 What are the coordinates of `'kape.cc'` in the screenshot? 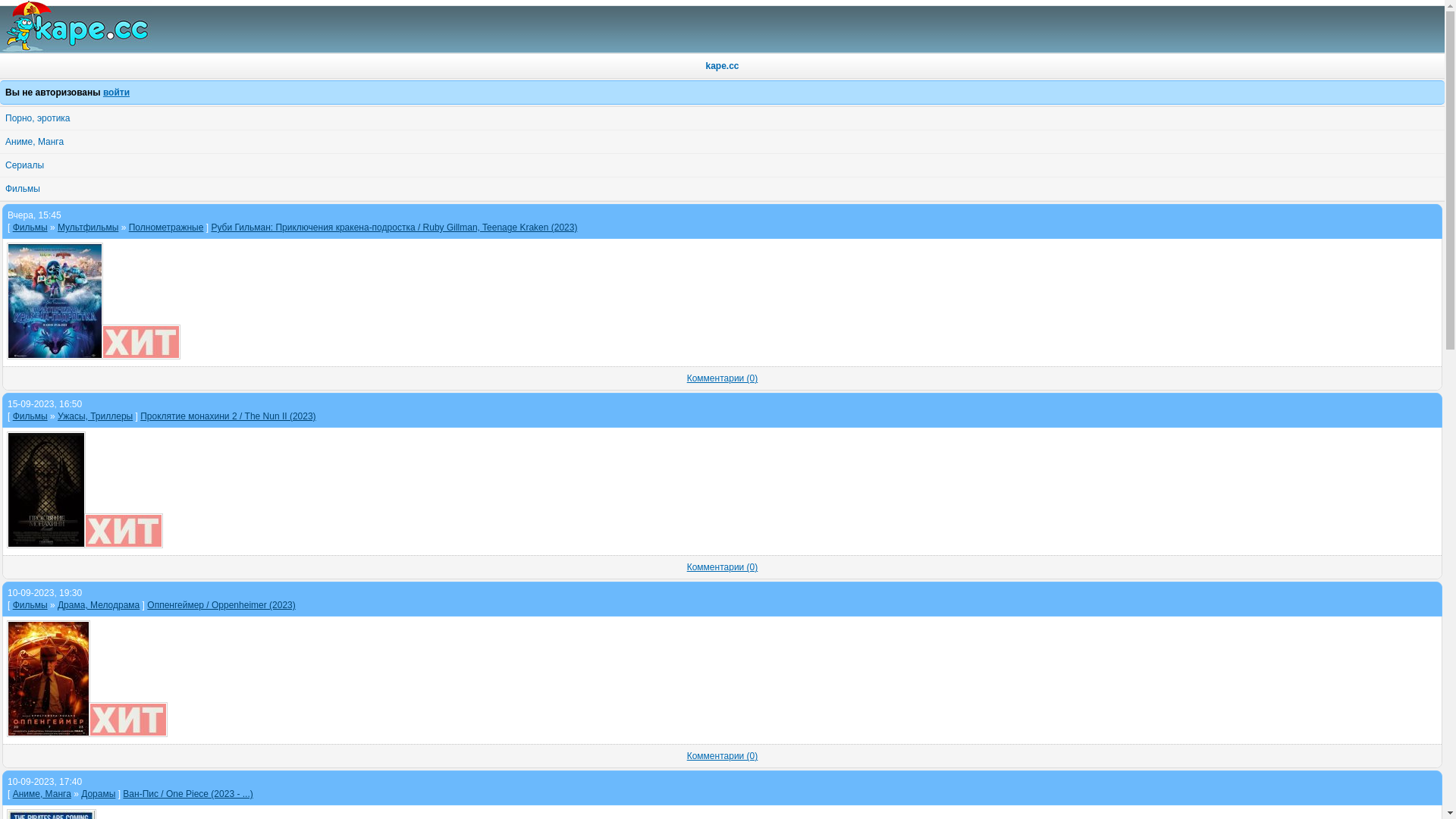 It's located at (720, 65).